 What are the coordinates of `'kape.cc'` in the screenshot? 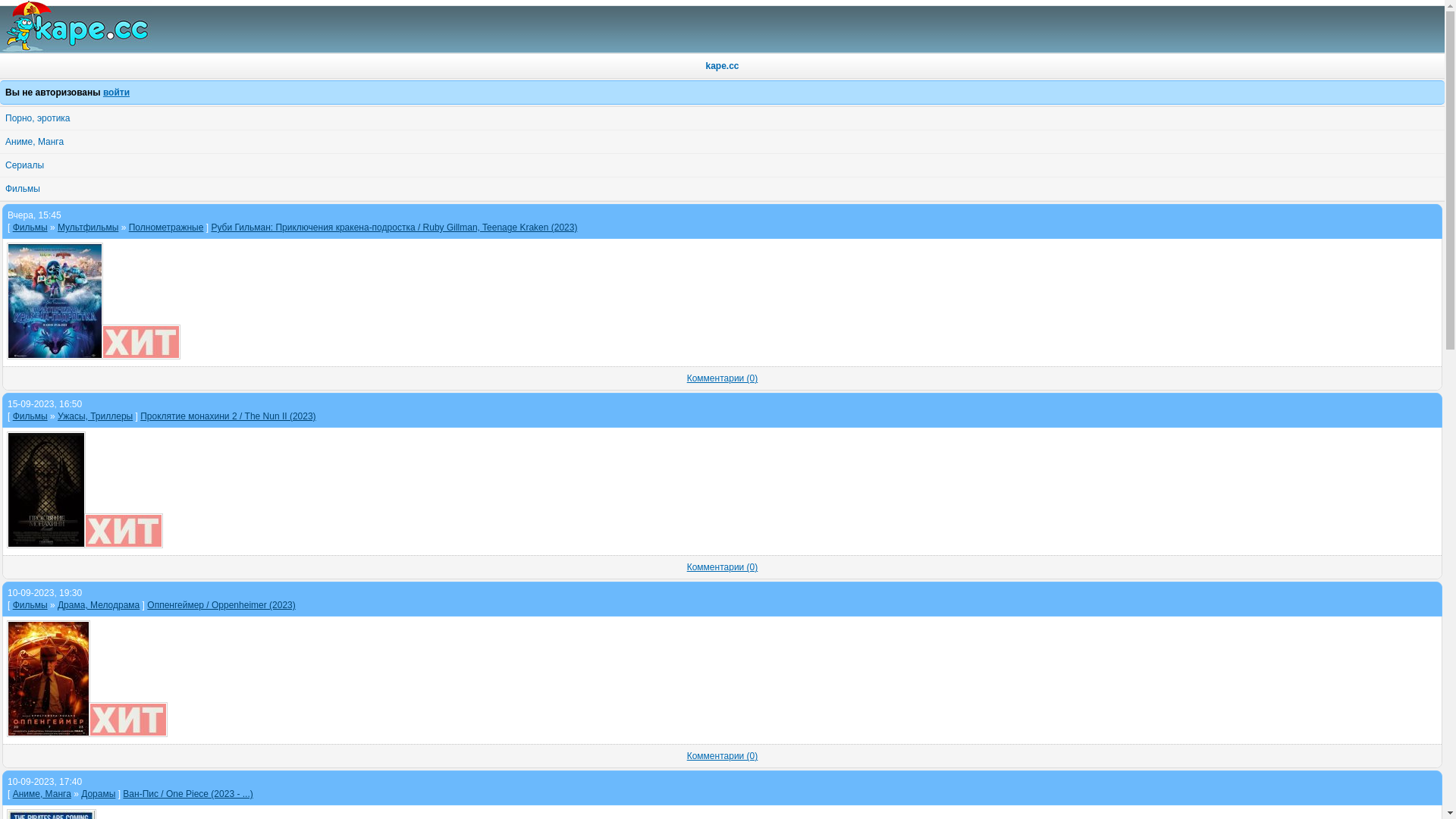 It's located at (720, 65).